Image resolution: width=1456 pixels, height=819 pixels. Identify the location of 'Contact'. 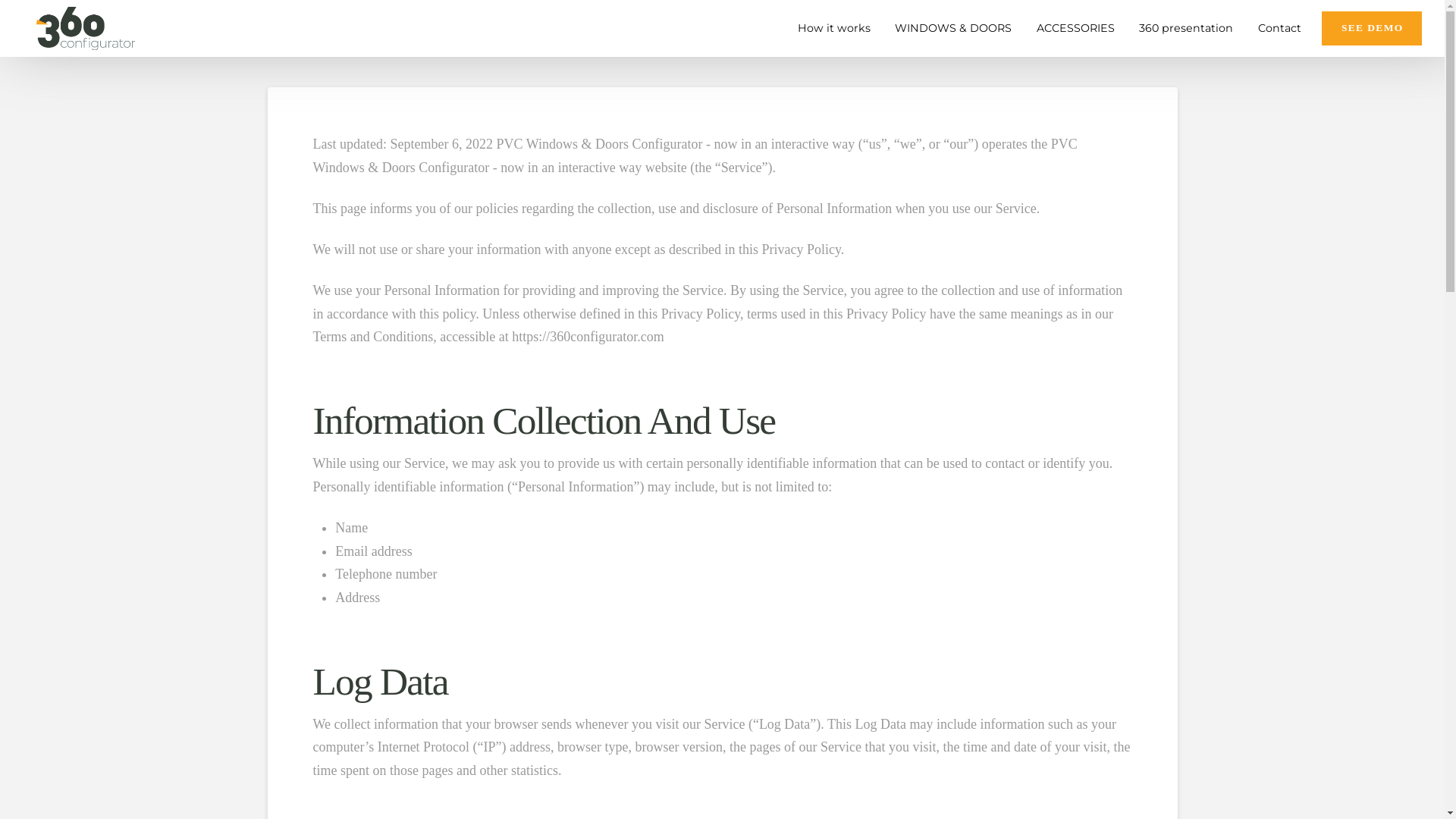
(1276, 28).